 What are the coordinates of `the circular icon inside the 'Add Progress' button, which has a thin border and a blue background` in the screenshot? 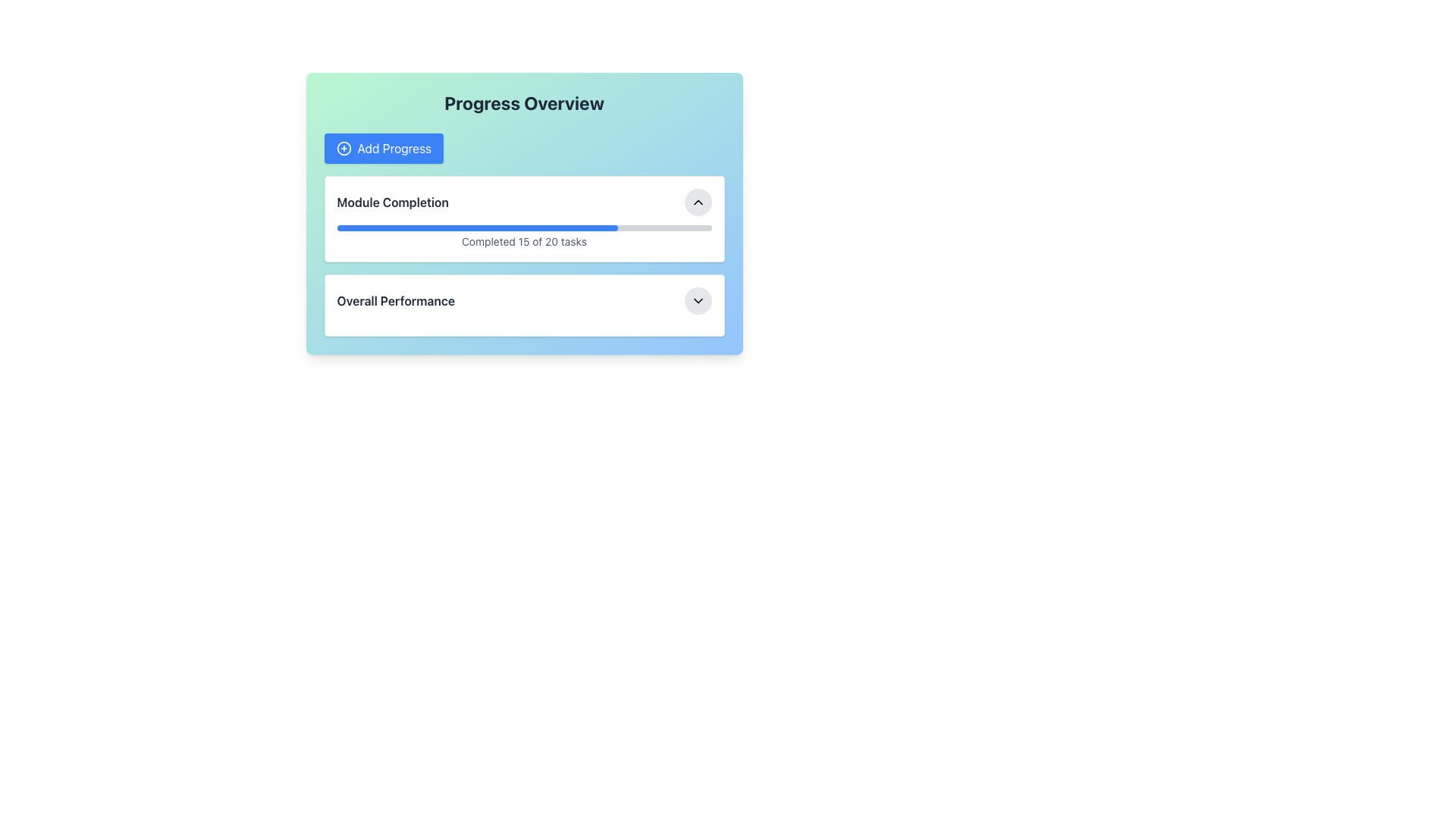 It's located at (343, 149).